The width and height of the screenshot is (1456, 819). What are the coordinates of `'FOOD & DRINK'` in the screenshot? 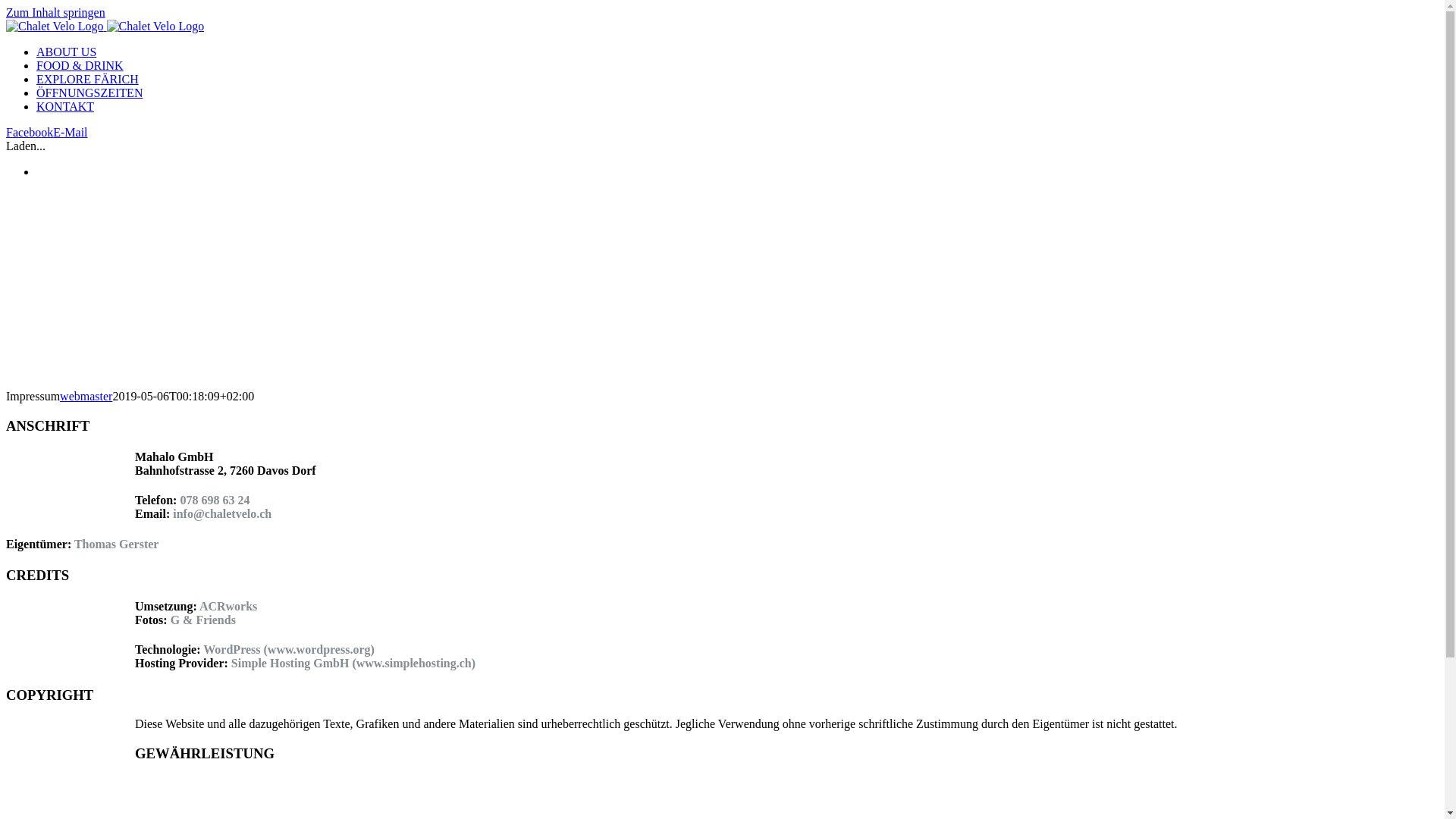 It's located at (36, 64).